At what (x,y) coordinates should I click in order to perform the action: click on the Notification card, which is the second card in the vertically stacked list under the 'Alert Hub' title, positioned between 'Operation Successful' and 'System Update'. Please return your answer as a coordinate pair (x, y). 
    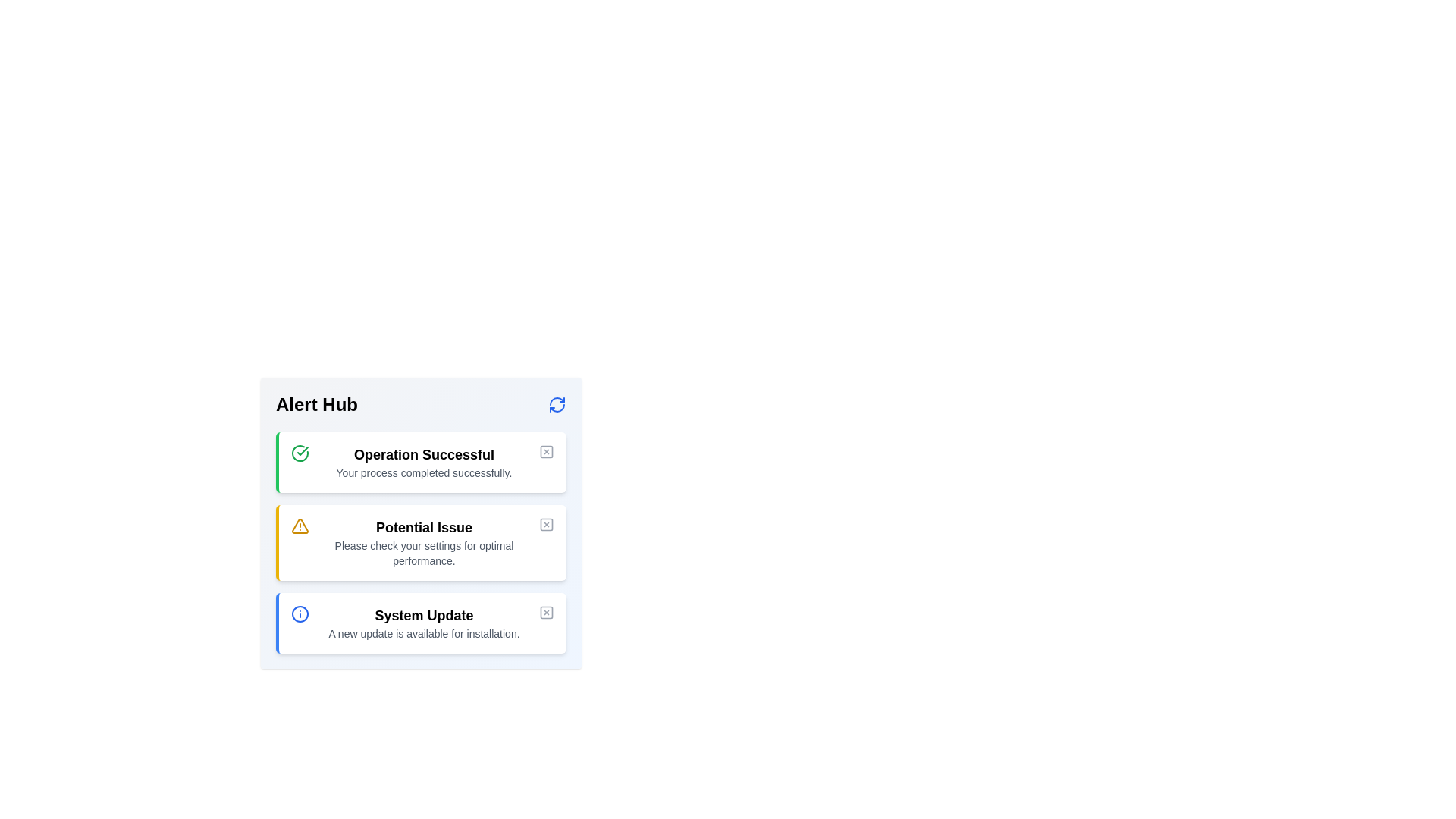
    Looking at the image, I should click on (421, 542).